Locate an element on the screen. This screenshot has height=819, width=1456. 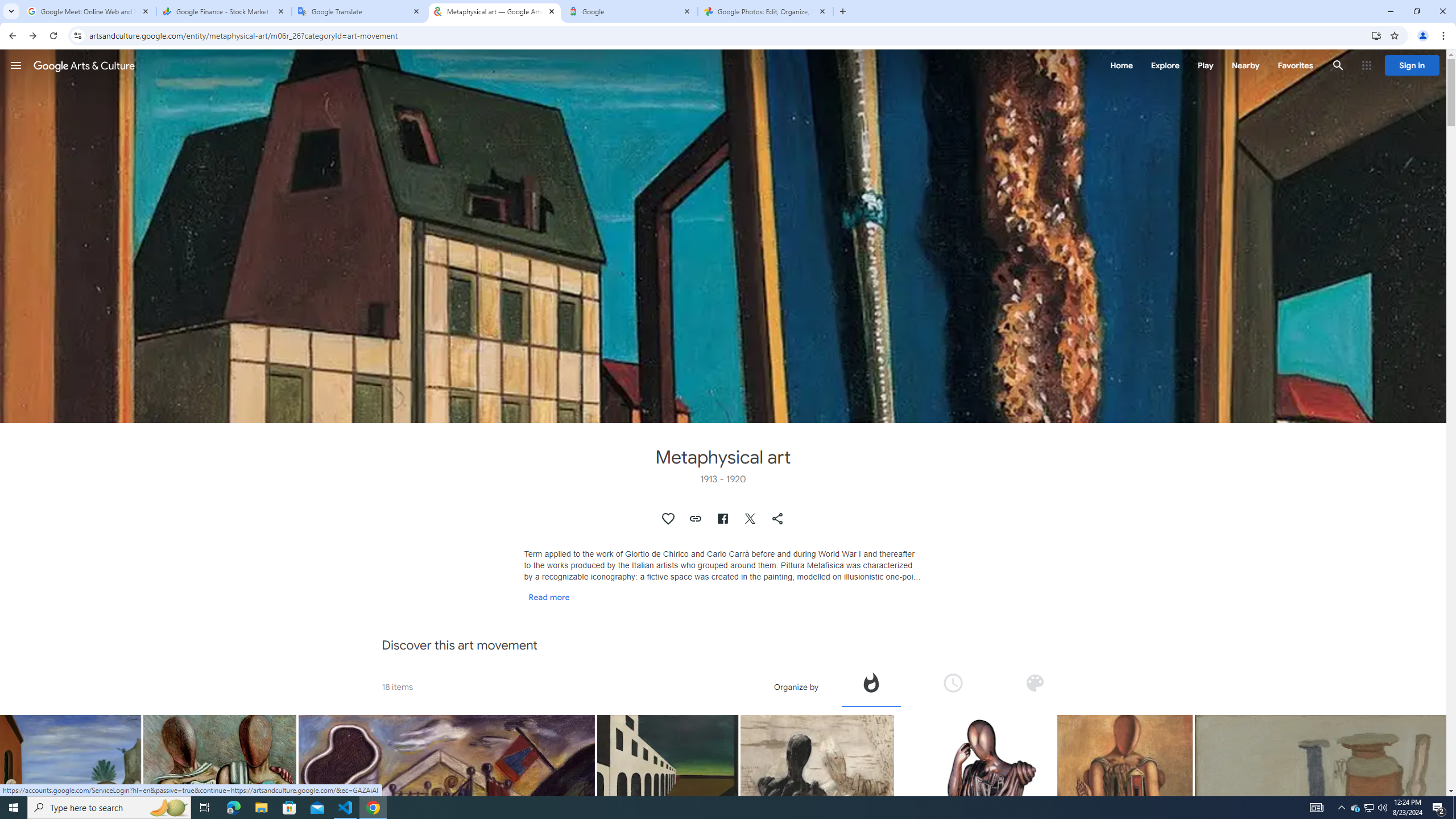
'System' is located at coordinates (6, 5).